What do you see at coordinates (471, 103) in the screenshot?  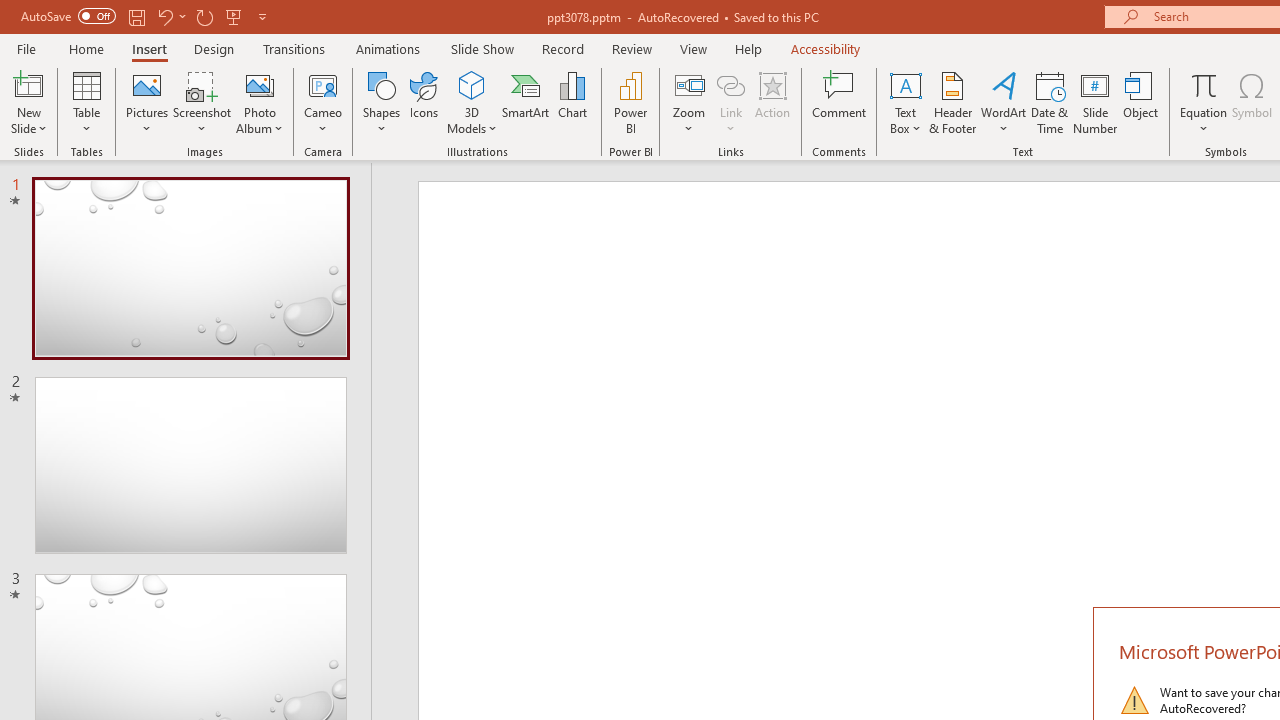 I see `'3D Models'` at bounding box center [471, 103].